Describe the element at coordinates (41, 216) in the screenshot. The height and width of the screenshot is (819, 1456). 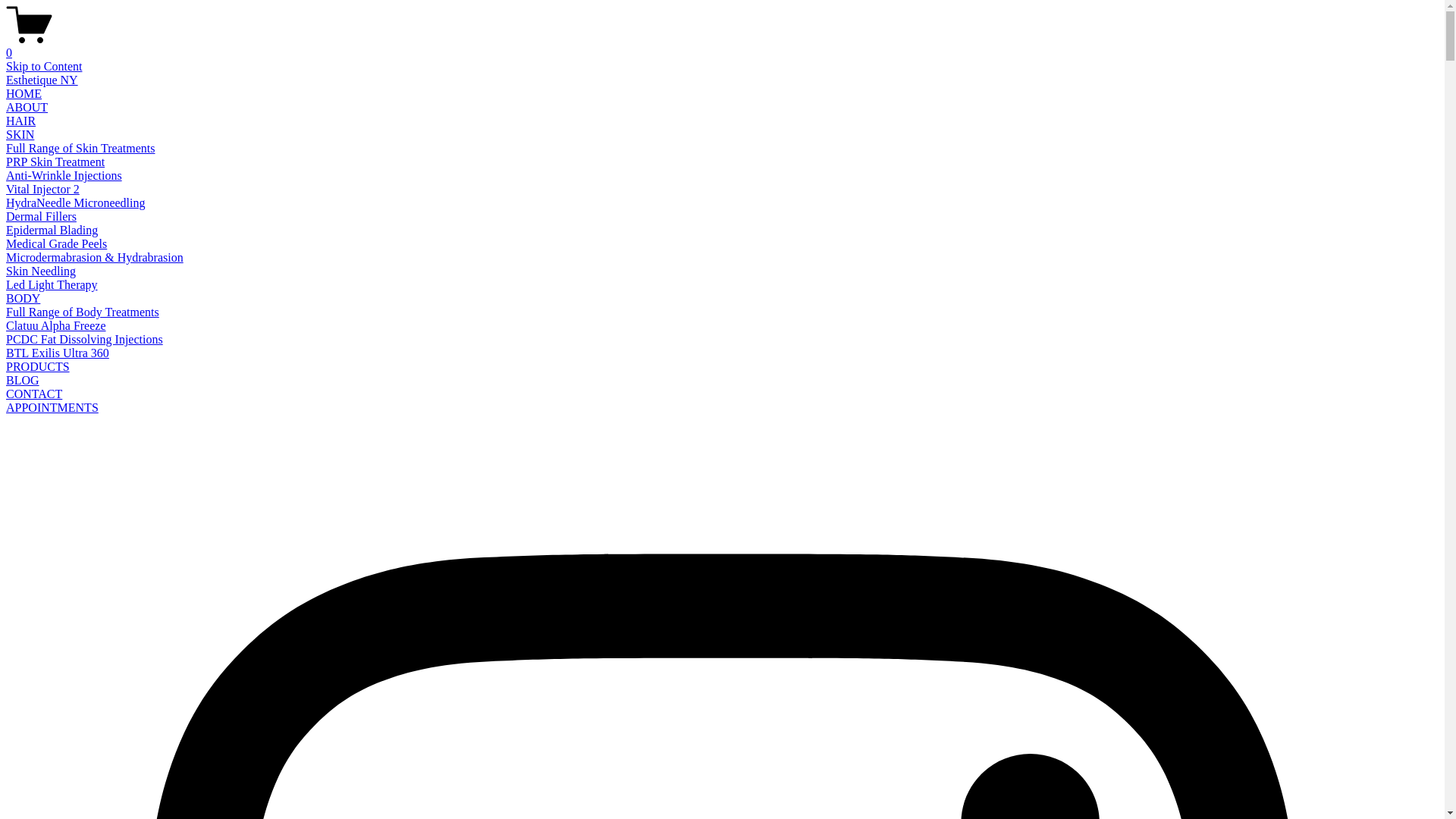
I see `'Dermal Fillers'` at that location.